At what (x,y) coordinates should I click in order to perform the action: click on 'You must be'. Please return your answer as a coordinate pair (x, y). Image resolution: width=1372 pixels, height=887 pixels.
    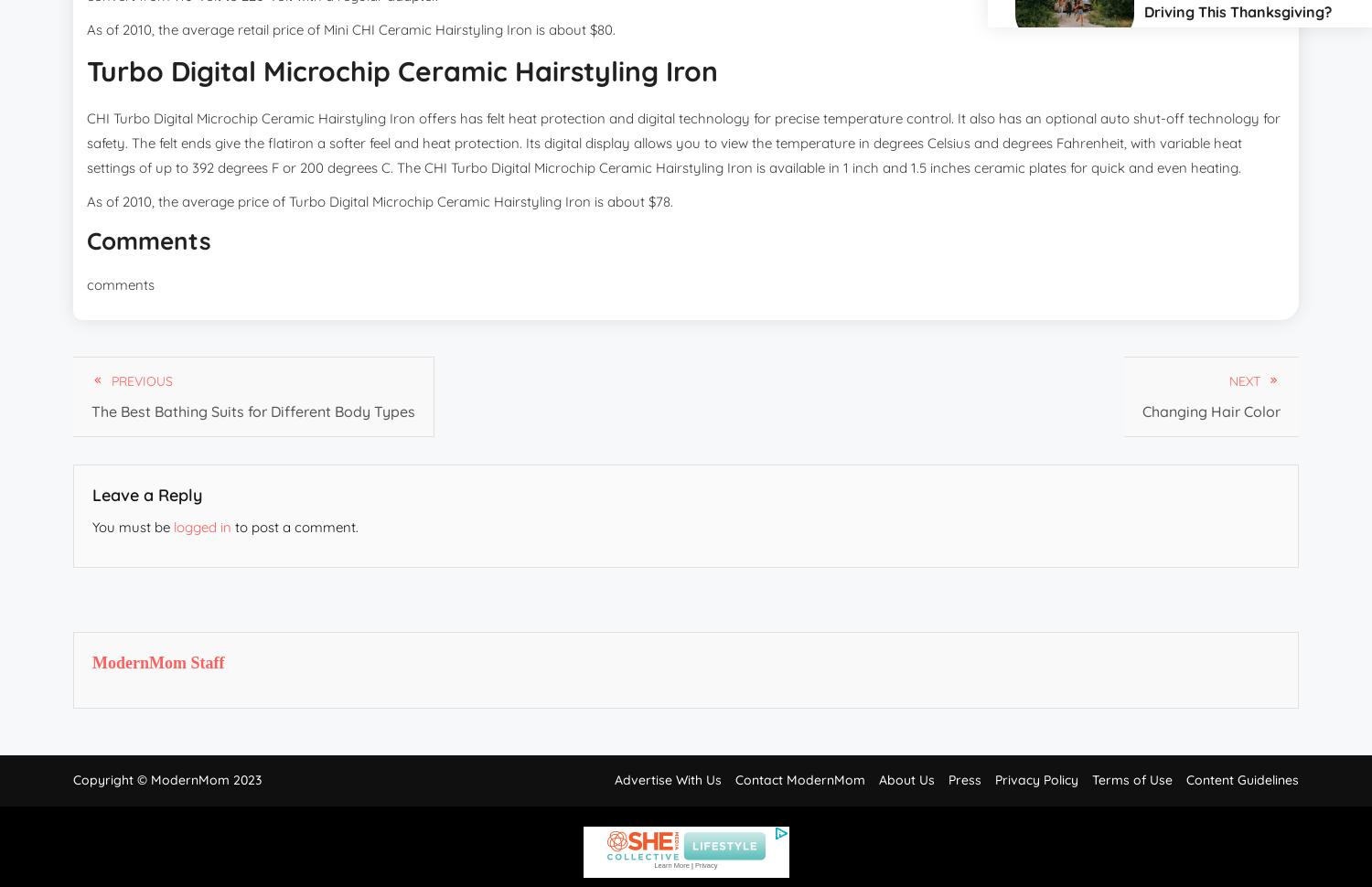
    Looking at the image, I should click on (133, 526).